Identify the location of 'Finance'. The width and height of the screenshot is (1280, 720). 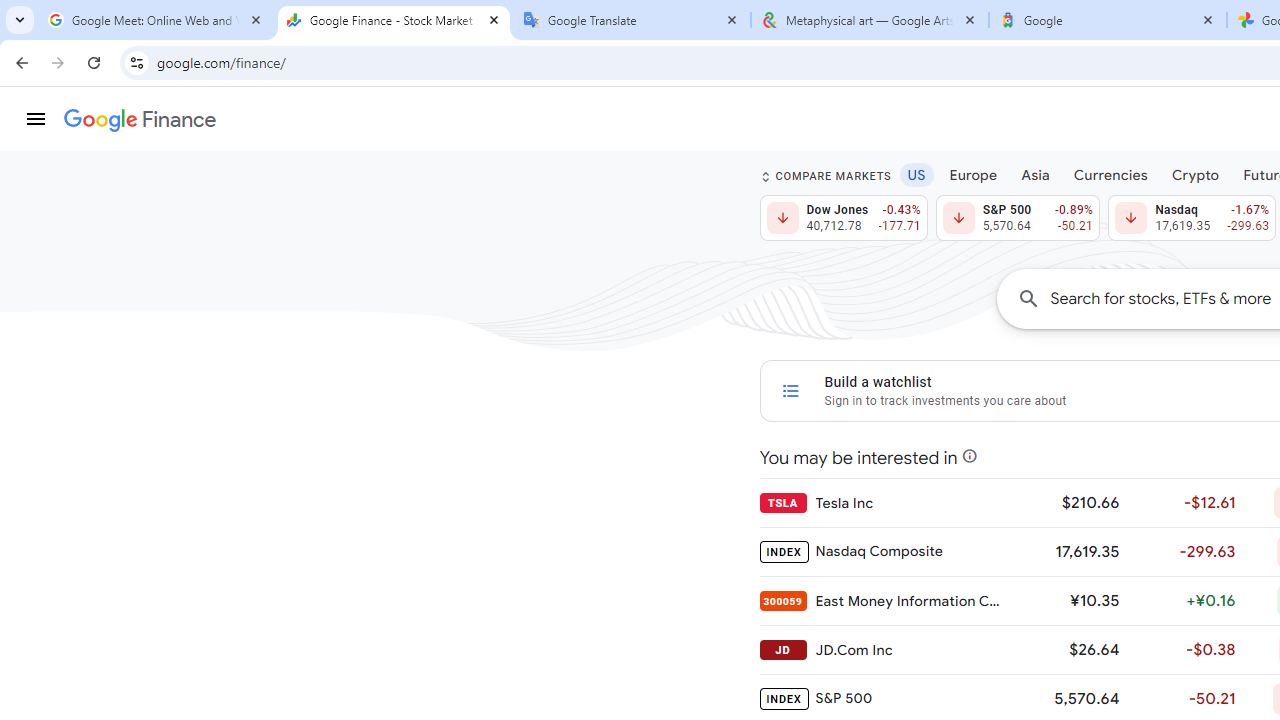
(139, 120).